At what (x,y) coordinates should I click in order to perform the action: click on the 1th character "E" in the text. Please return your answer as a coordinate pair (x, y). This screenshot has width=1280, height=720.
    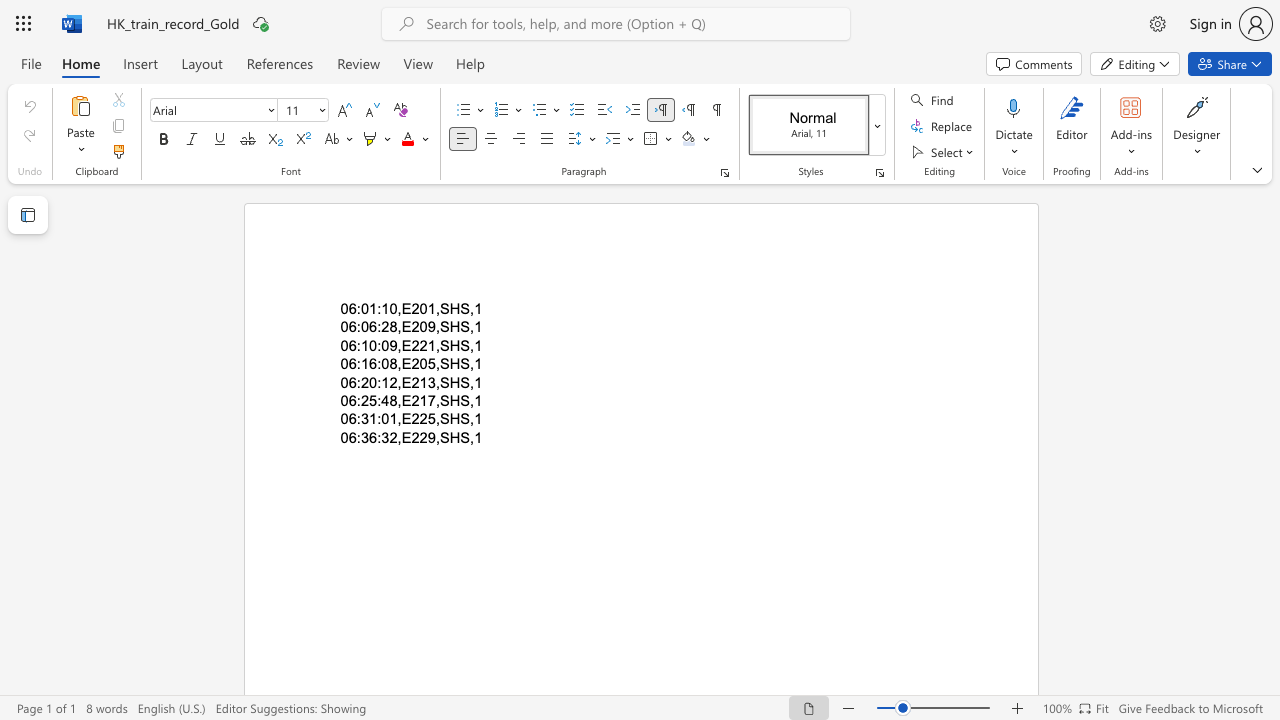
    Looking at the image, I should click on (405, 326).